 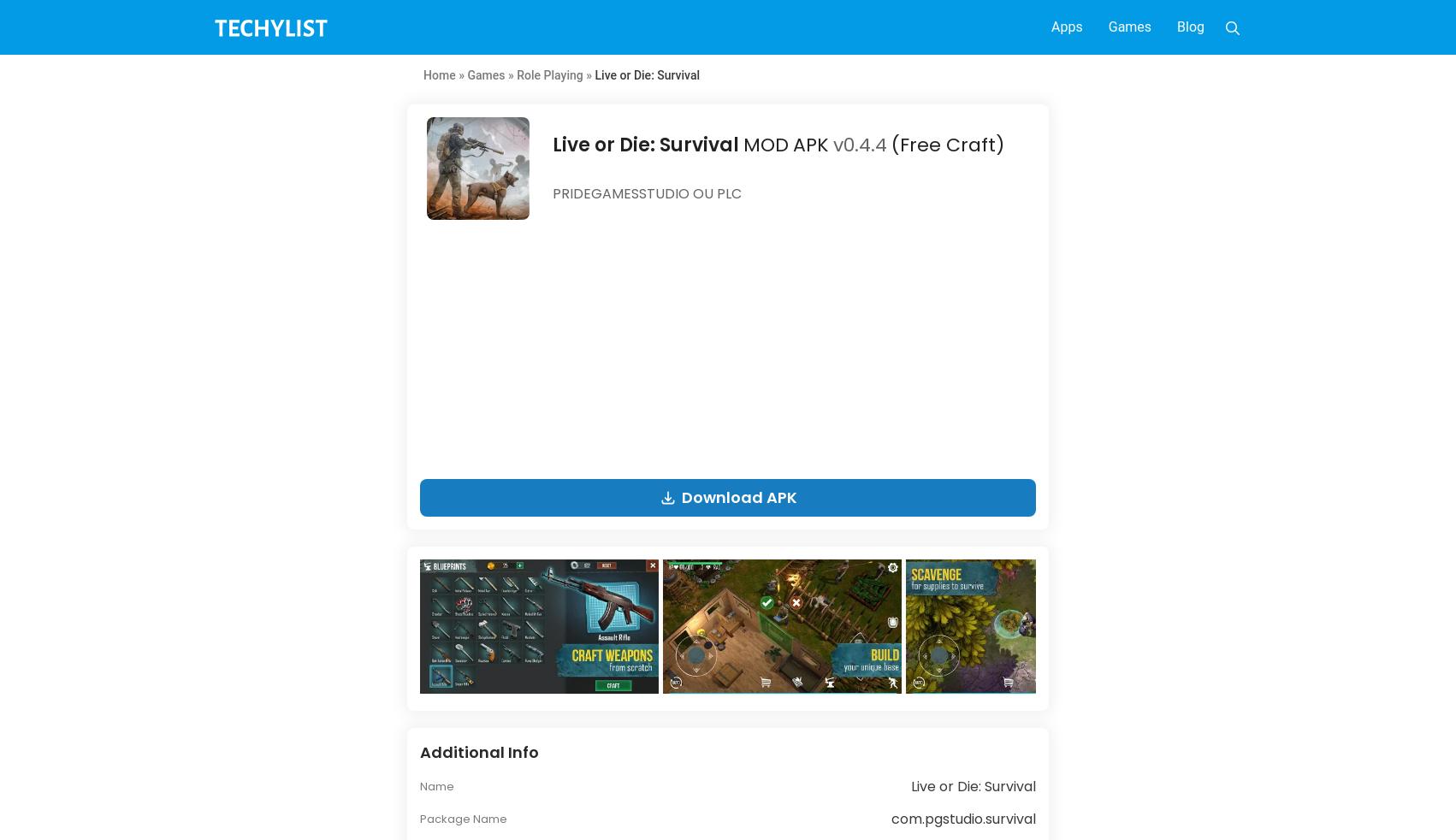 I want to click on 'v0.4.4', so click(x=859, y=144).